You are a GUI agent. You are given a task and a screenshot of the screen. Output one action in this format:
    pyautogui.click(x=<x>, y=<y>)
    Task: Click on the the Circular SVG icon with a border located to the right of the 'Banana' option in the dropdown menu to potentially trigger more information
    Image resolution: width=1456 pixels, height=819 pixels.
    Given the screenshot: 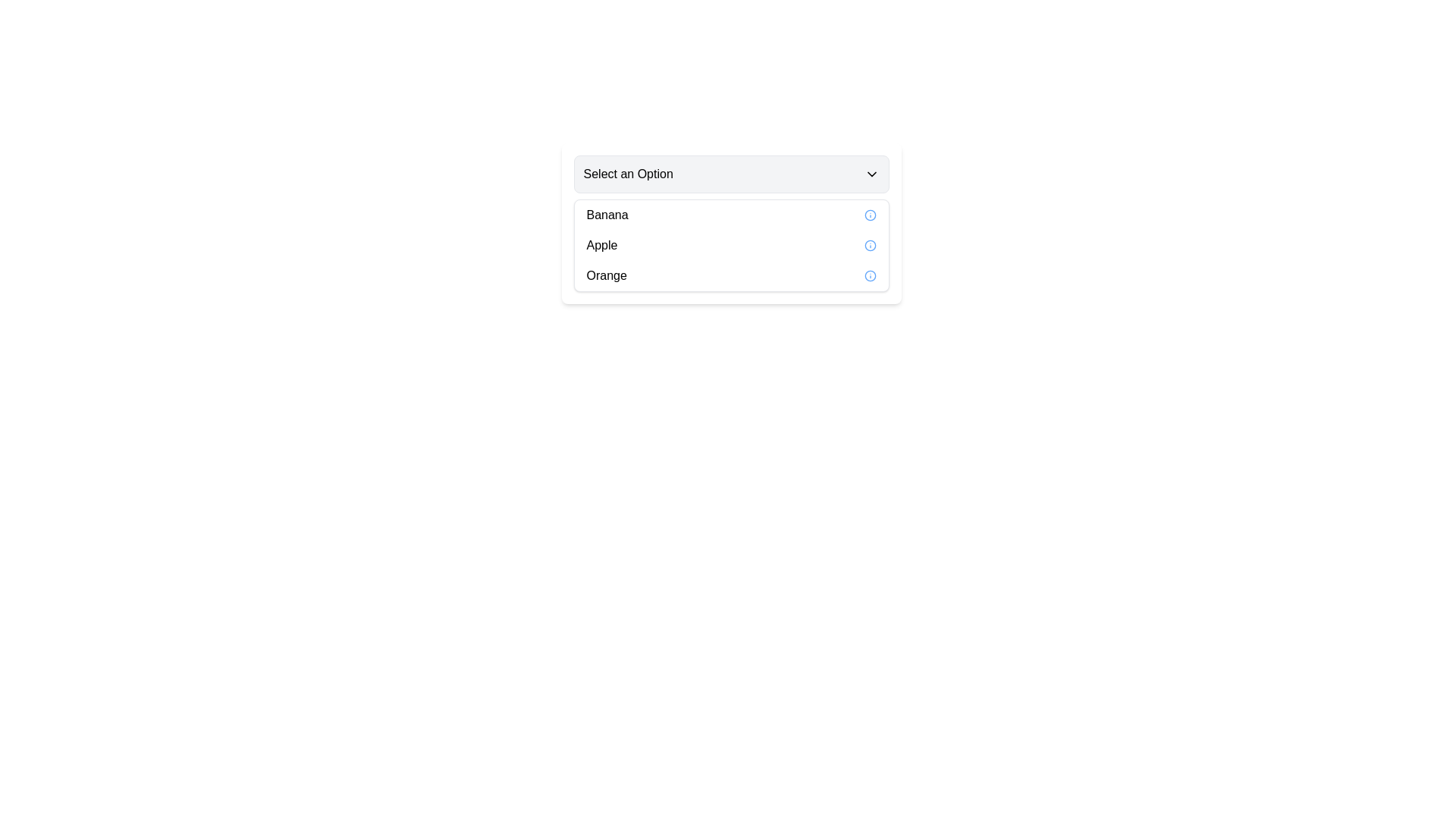 What is the action you would take?
    pyautogui.click(x=870, y=215)
    